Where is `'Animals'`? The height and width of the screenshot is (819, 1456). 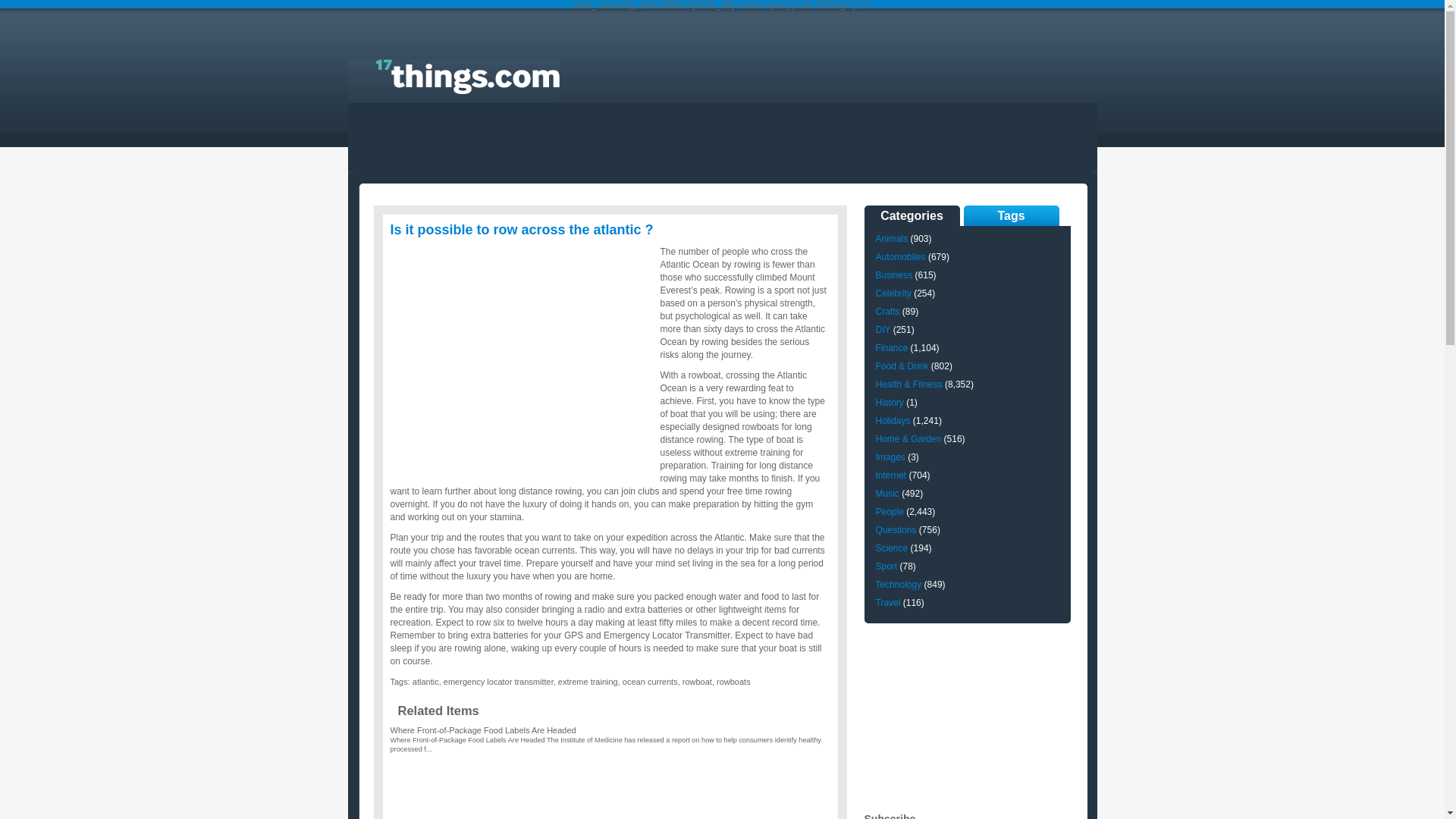 'Animals' is located at coordinates (891, 239).